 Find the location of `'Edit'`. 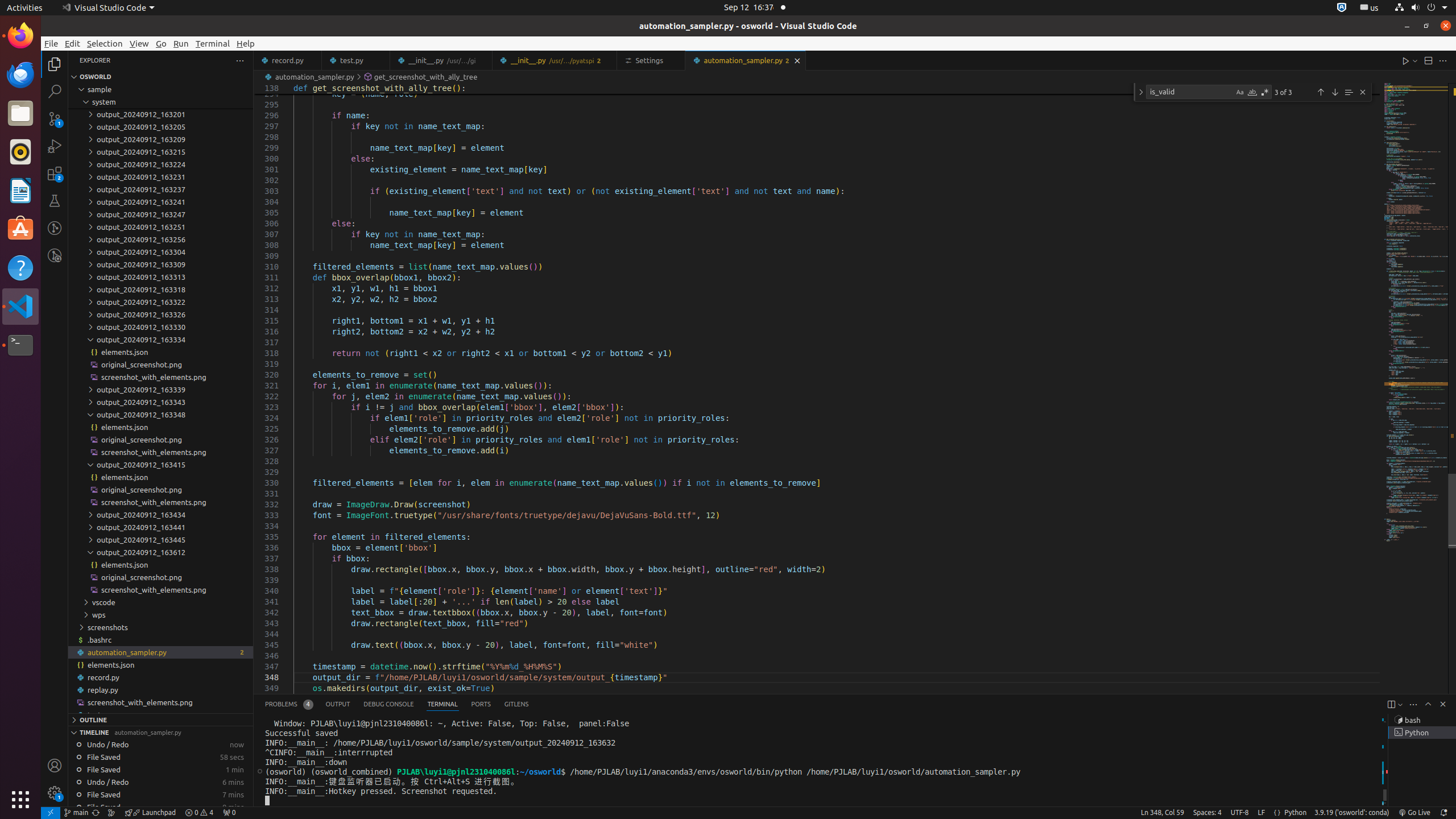

'Edit' is located at coordinates (72, 43).